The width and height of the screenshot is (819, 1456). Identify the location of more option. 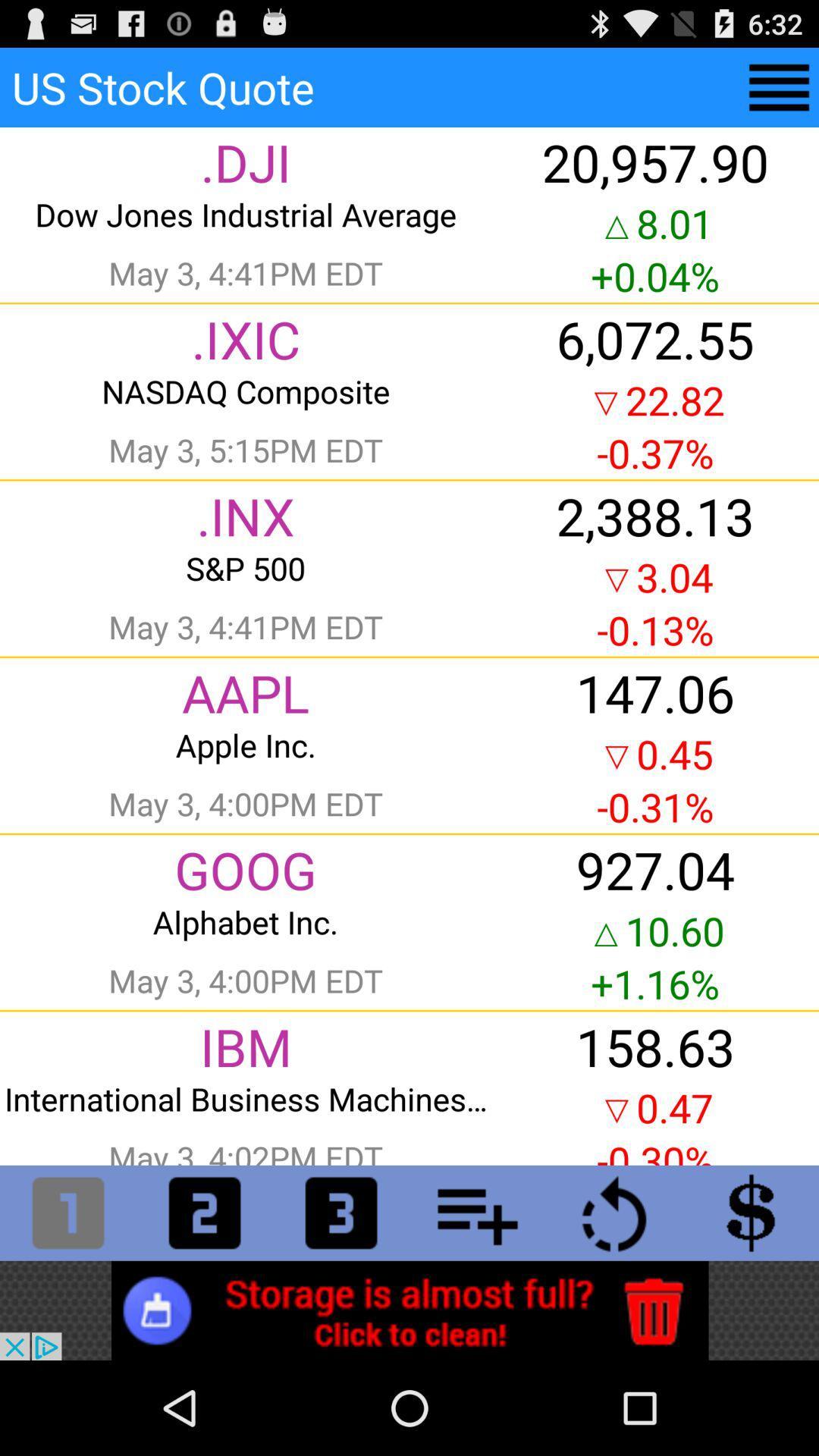
(779, 86).